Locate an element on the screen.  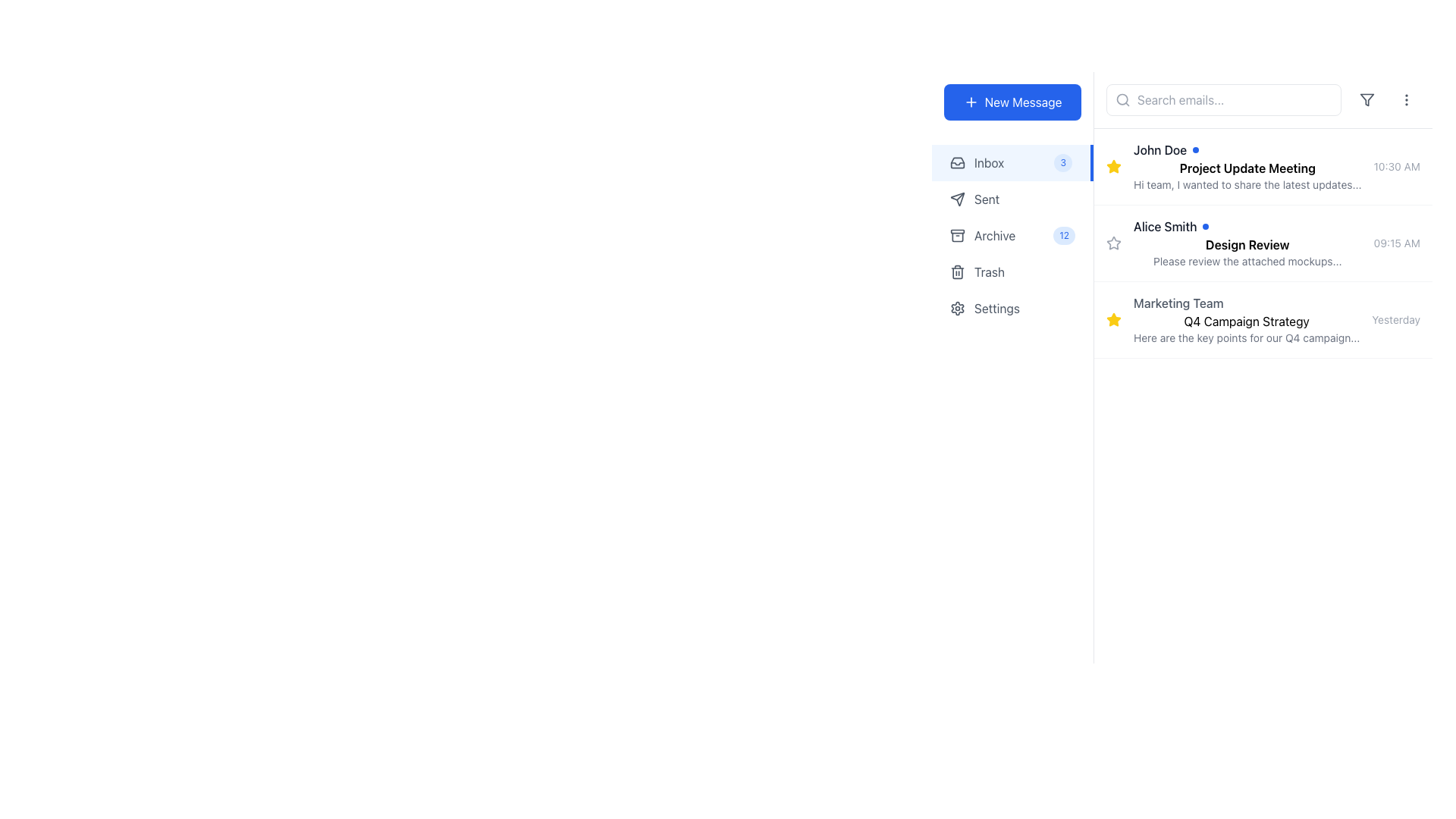
the text label displaying the name 'Alice Smith', which is styled in a sans-serif font and is part of the email list located in the center-right section of the interface is located at coordinates (1164, 227).